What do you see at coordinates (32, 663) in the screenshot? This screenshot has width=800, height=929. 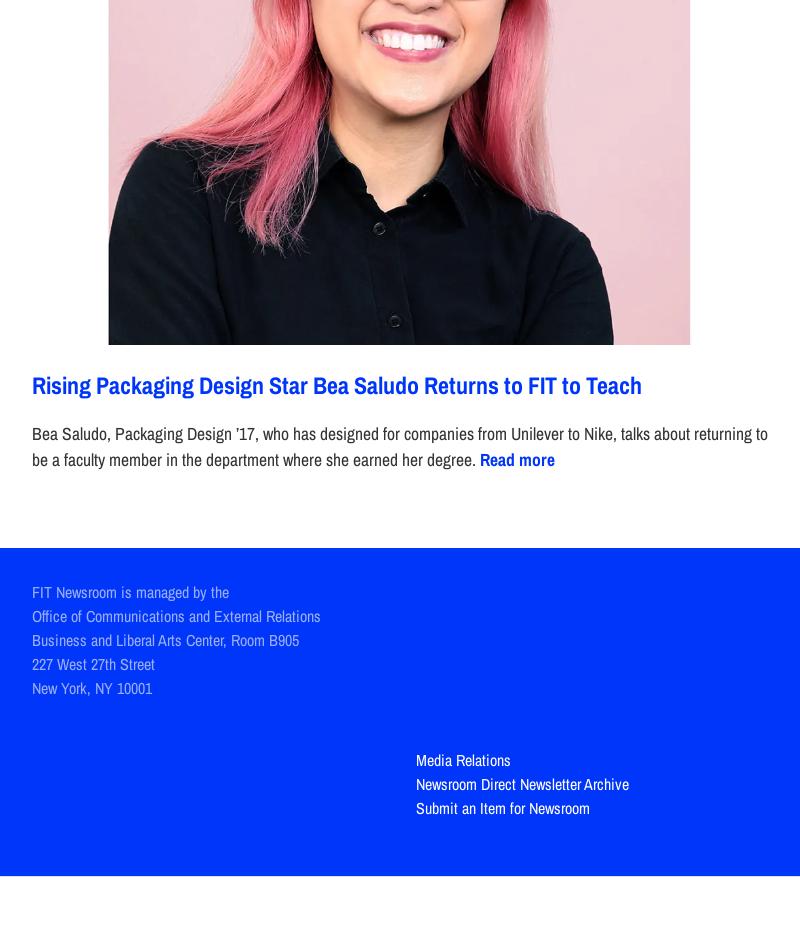 I see `'227 West 27th Street'` at bounding box center [32, 663].